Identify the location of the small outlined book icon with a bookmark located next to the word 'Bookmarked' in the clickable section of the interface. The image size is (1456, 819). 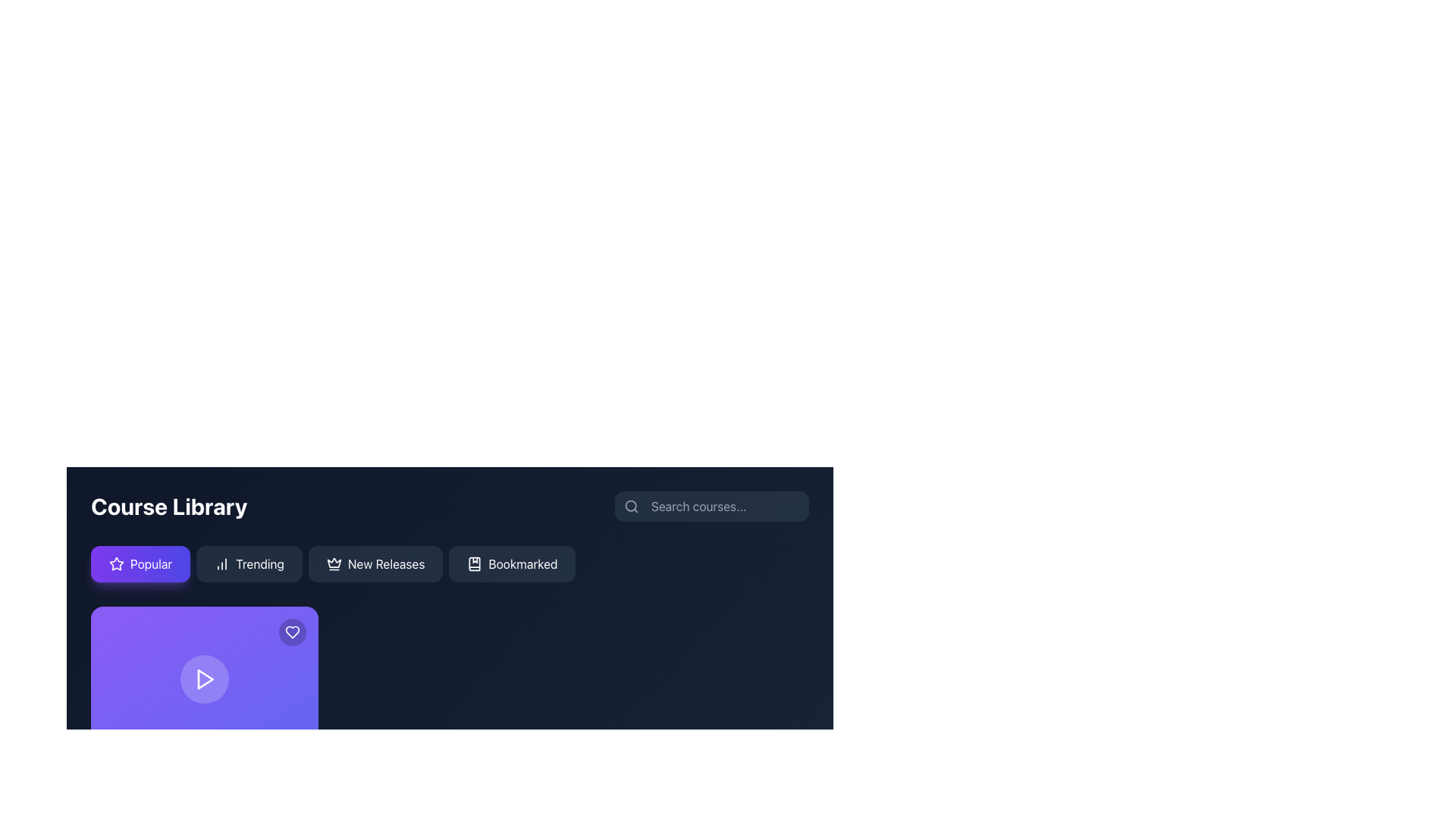
(474, 564).